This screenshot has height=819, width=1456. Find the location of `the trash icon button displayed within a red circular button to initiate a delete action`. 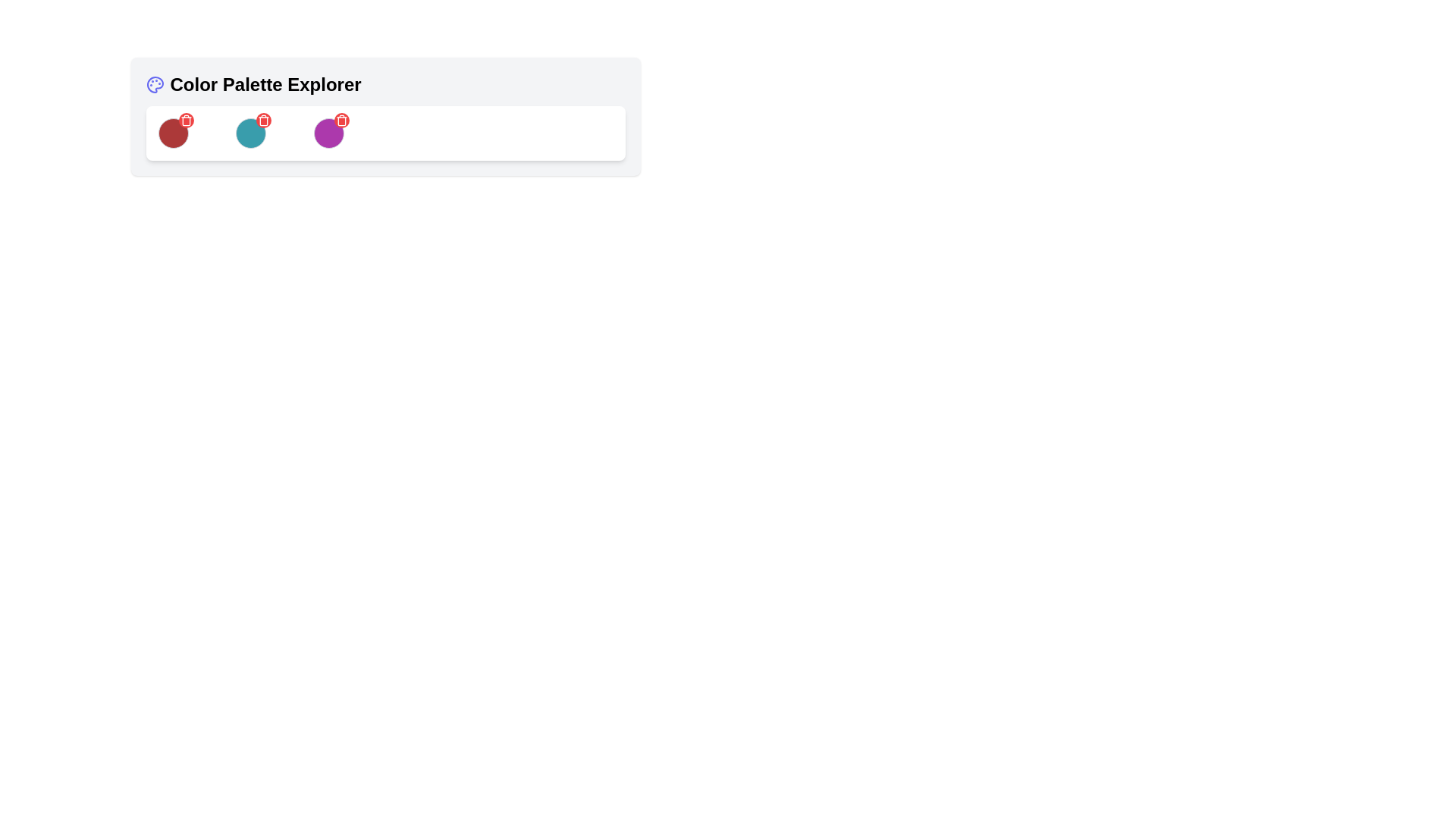

the trash icon button displayed within a red circular button to initiate a delete action is located at coordinates (264, 119).